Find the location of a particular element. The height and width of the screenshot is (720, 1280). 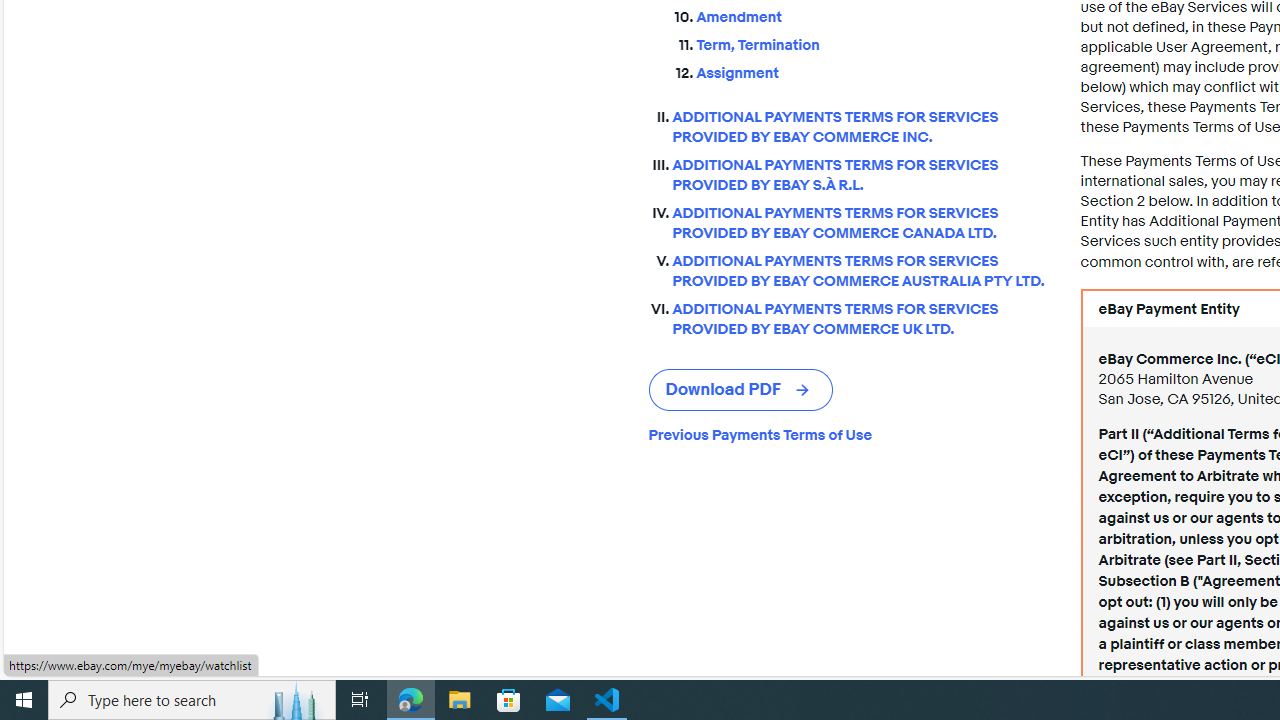

'Term, Termination' is located at coordinates (872, 41).